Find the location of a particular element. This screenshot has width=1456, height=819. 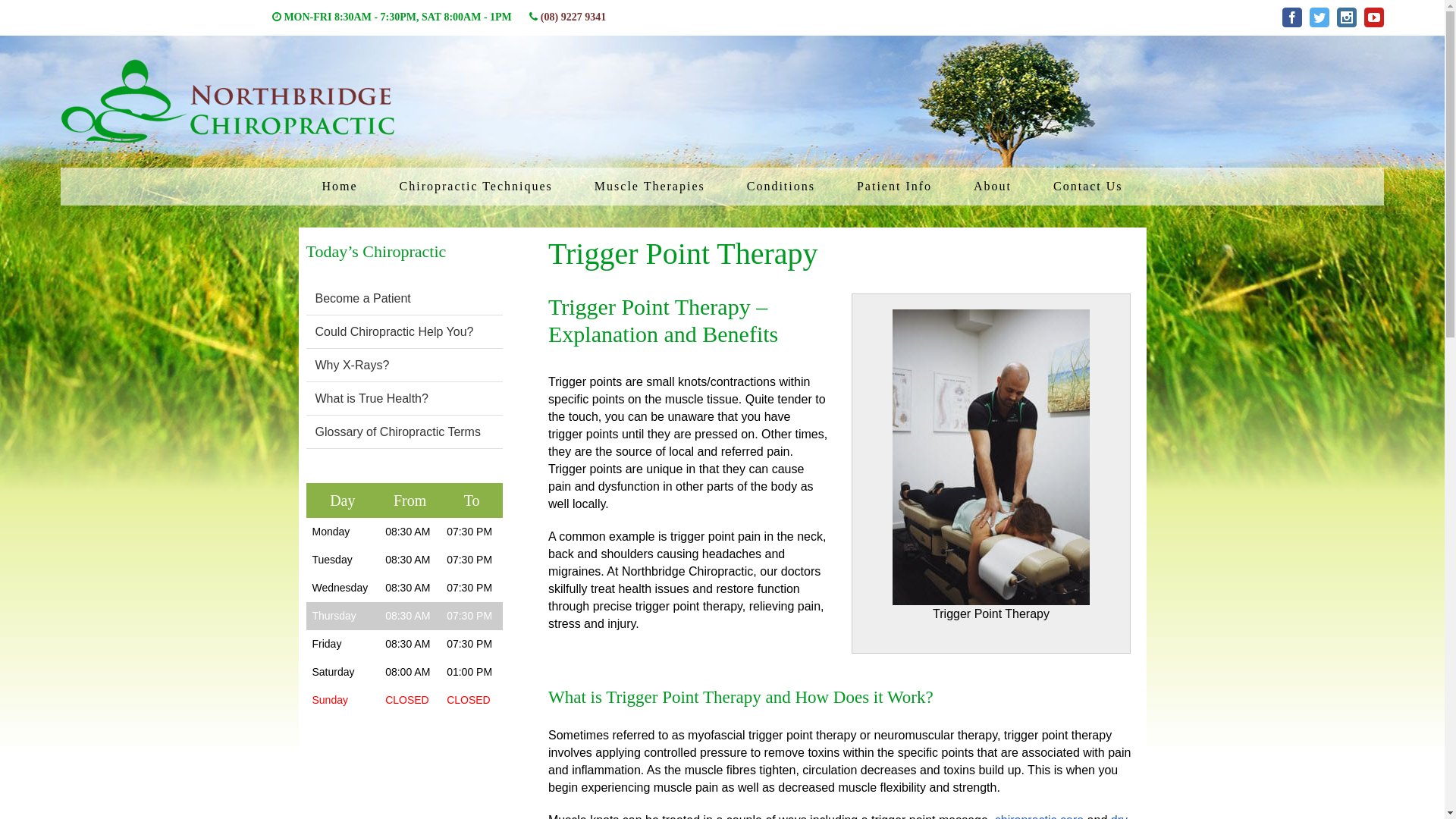

'Contact Us' is located at coordinates (1087, 186).